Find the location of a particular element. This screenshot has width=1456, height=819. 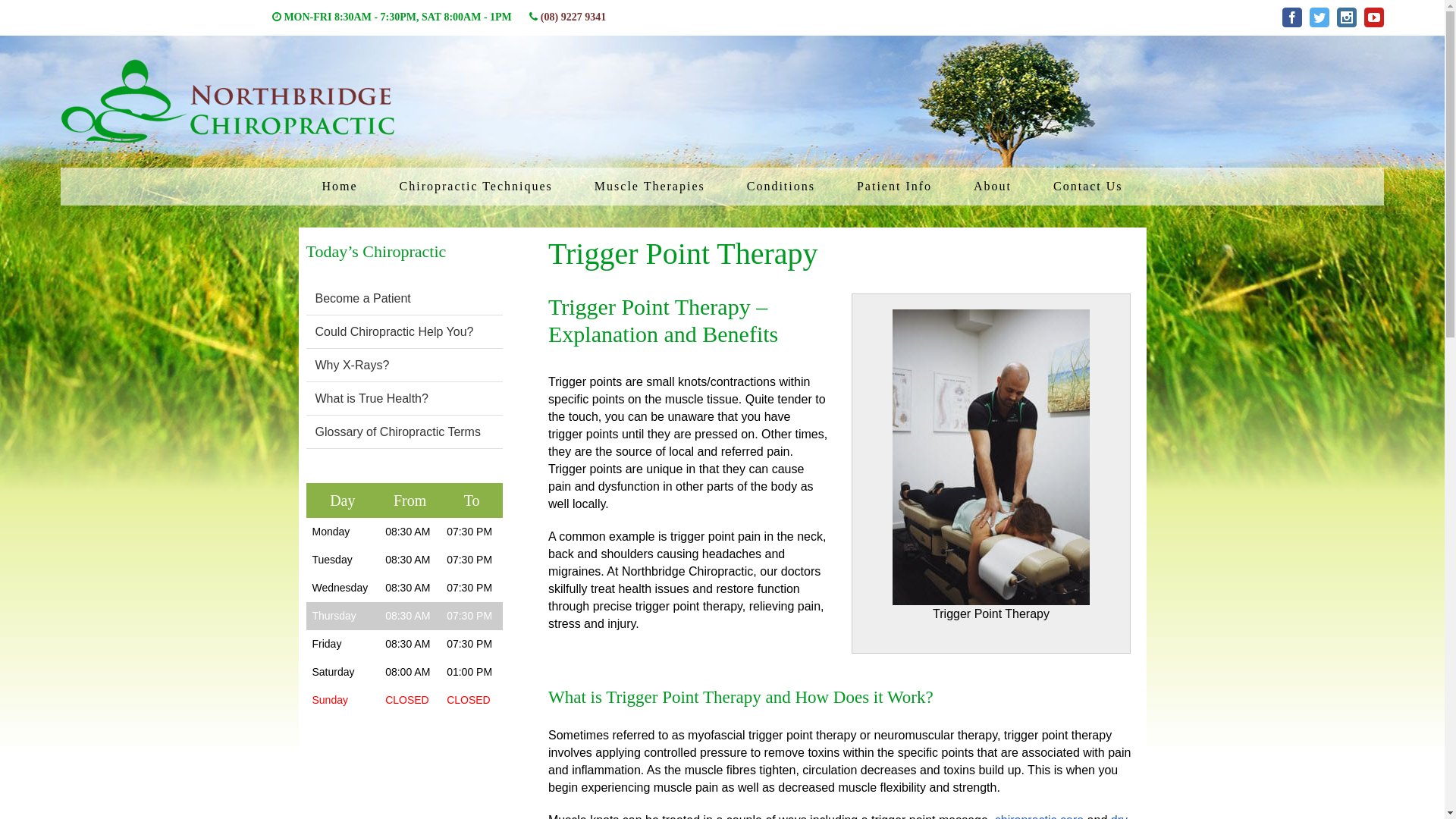

'Contact Us' is located at coordinates (1087, 186).